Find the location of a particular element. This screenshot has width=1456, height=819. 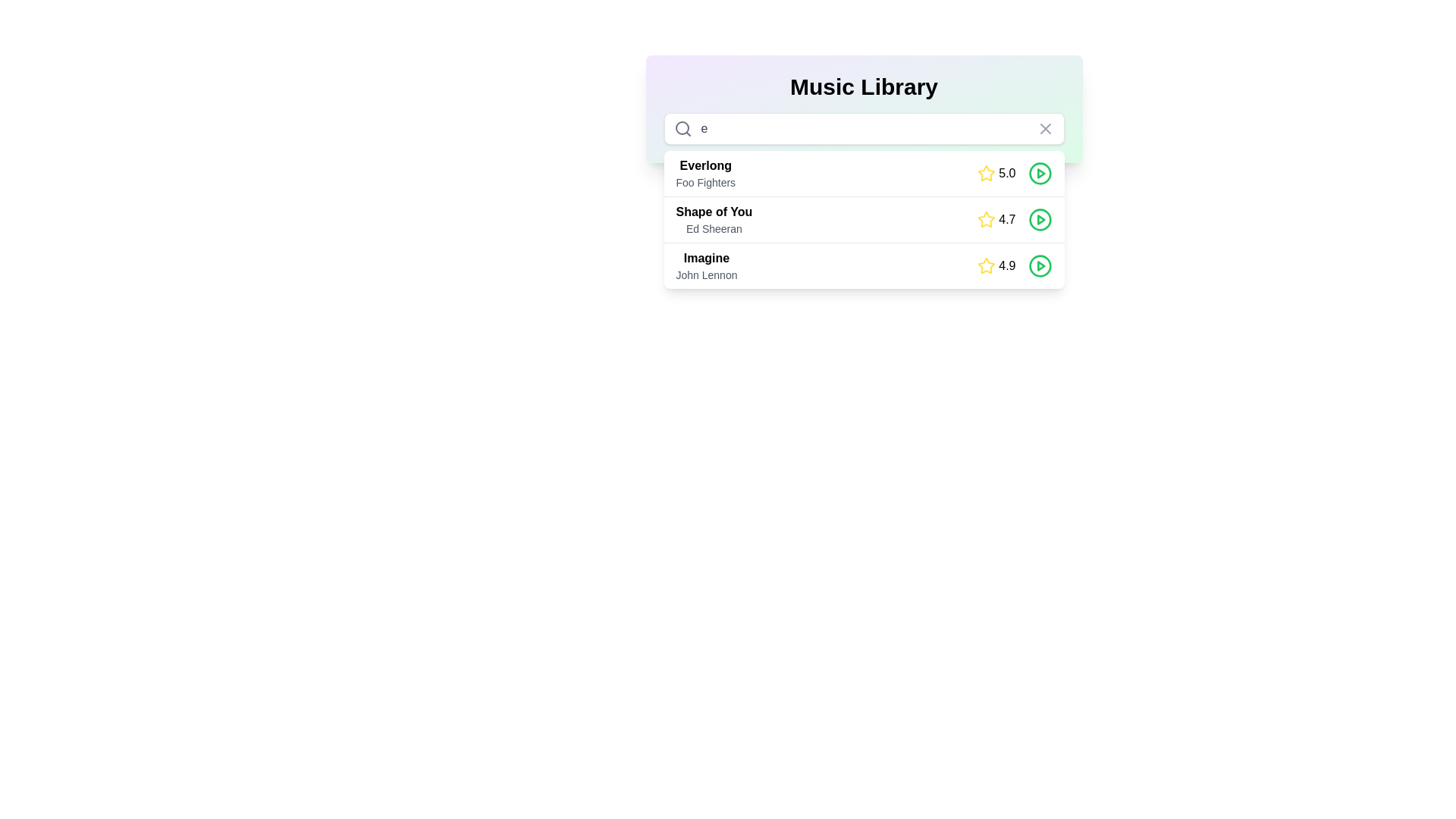

the rating icon located in the bottom row of the 'Music Library' table, associated with the 'Imagine' item, positioned left of the numeric rating '4.9' is located at coordinates (987, 265).